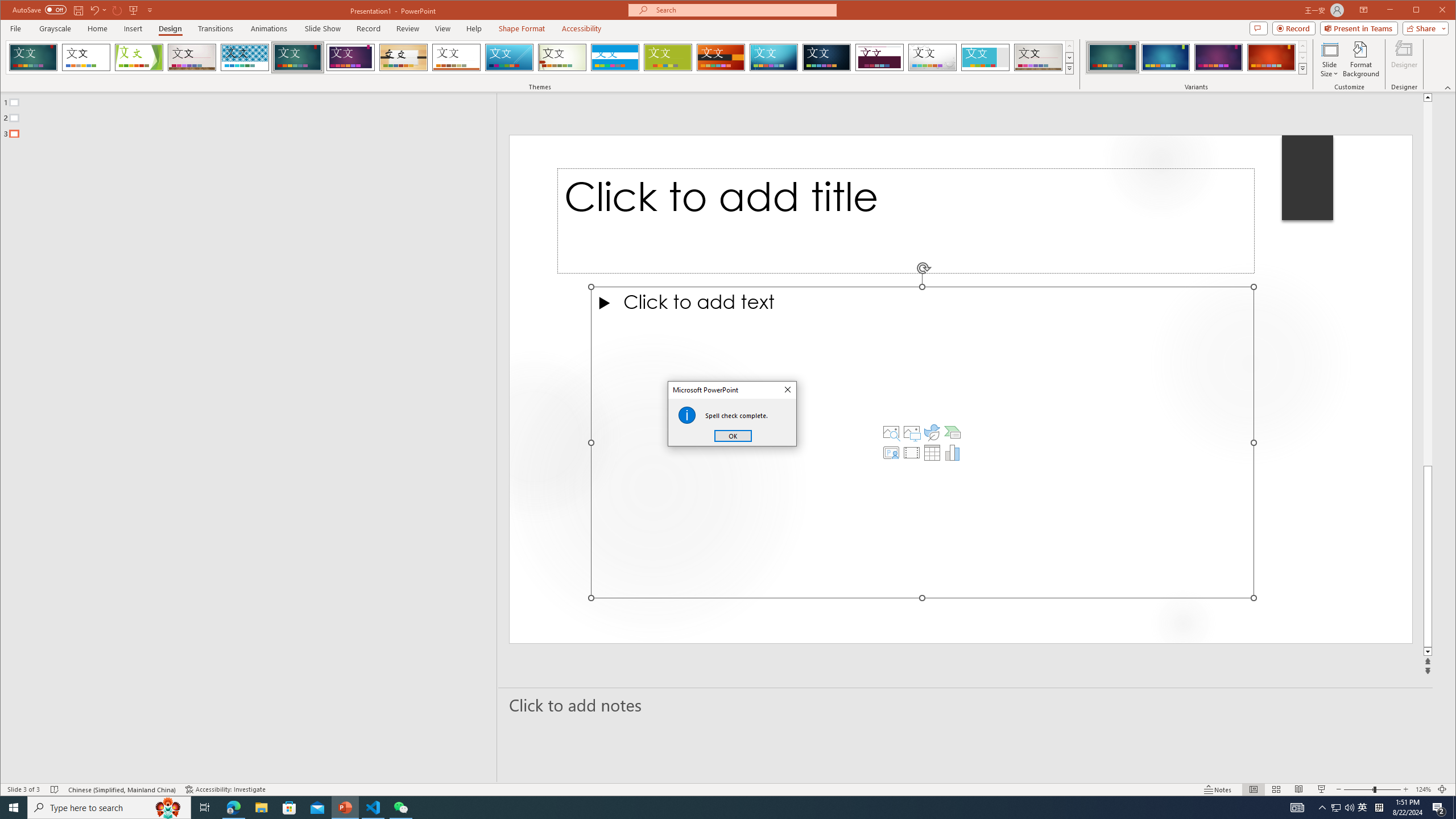 Image resolution: width=1456 pixels, height=819 pixels. What do you see at coordinates (911, 453) in the screenshot?
I see `'Insert Video'` at bounding box center [911, 453].